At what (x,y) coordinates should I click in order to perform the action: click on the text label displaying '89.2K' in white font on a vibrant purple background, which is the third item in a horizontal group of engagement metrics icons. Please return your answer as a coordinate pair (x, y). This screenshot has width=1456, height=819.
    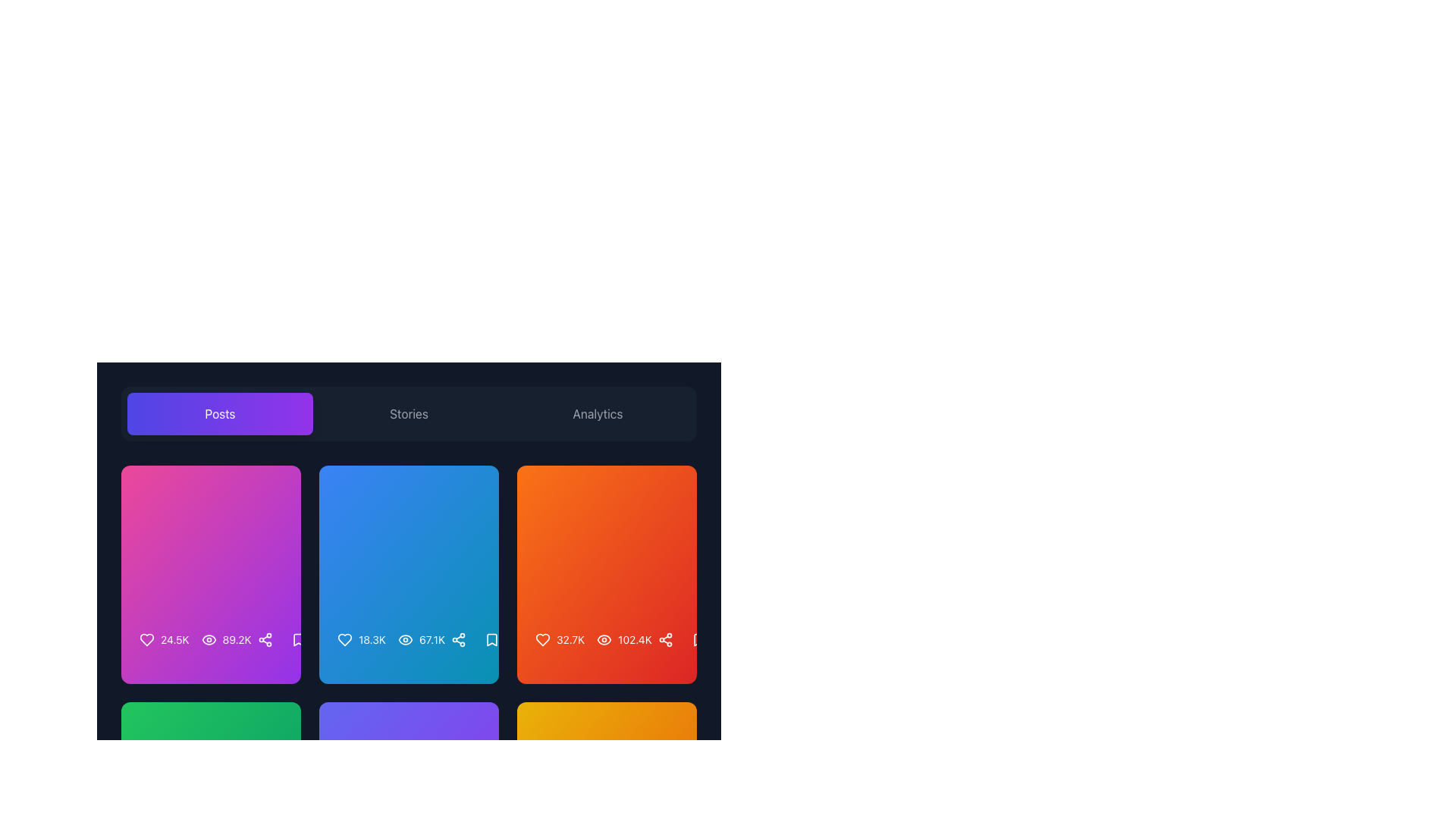
    Looking at the image, I should click on (236, 640).